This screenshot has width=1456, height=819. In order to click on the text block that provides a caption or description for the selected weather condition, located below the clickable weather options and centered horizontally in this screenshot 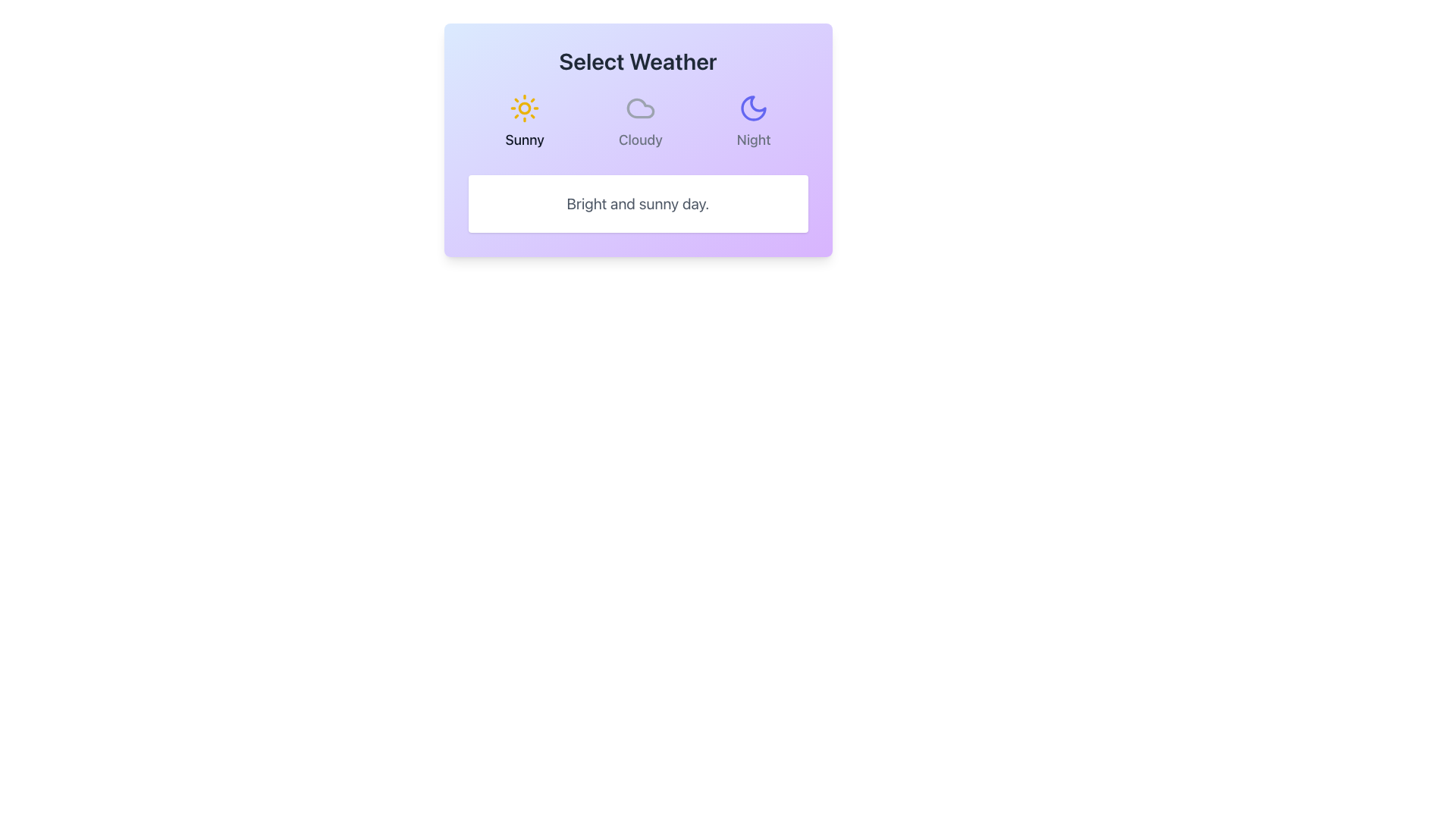, I will do `click(638, 203)`.